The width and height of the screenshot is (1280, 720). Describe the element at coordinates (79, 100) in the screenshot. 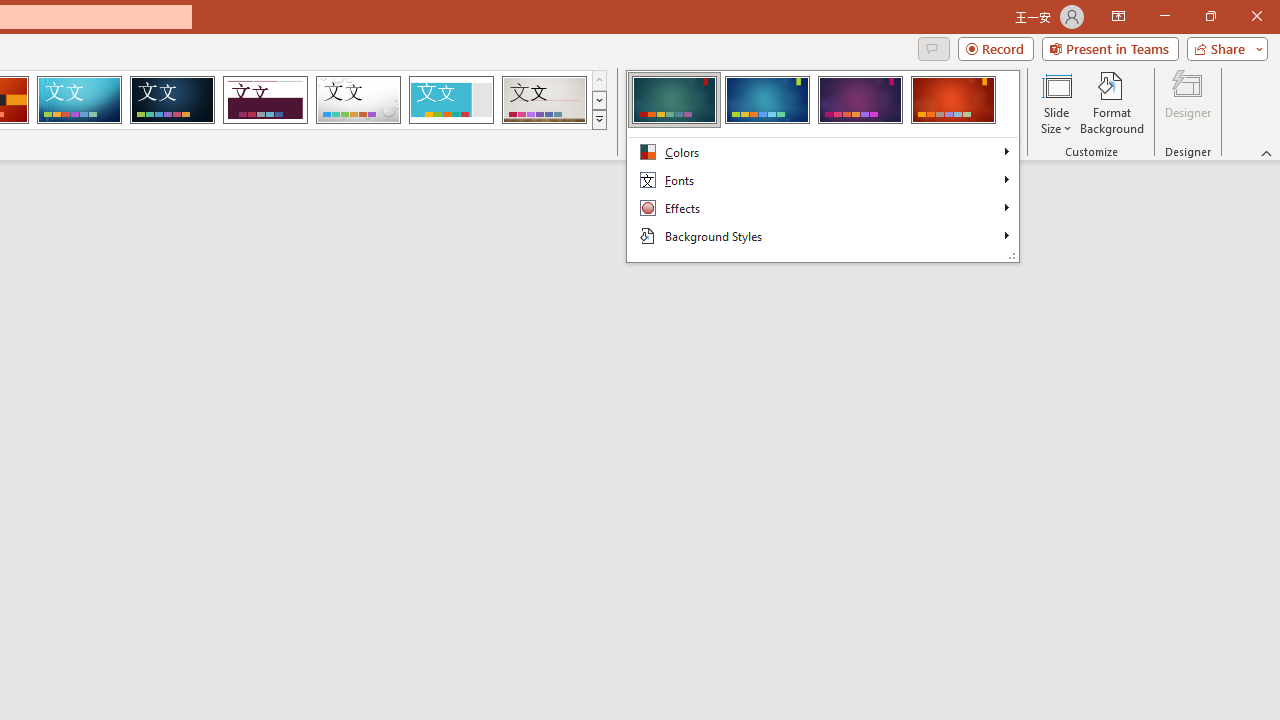

I see `'Circuit Loading Preview...'` at that location.